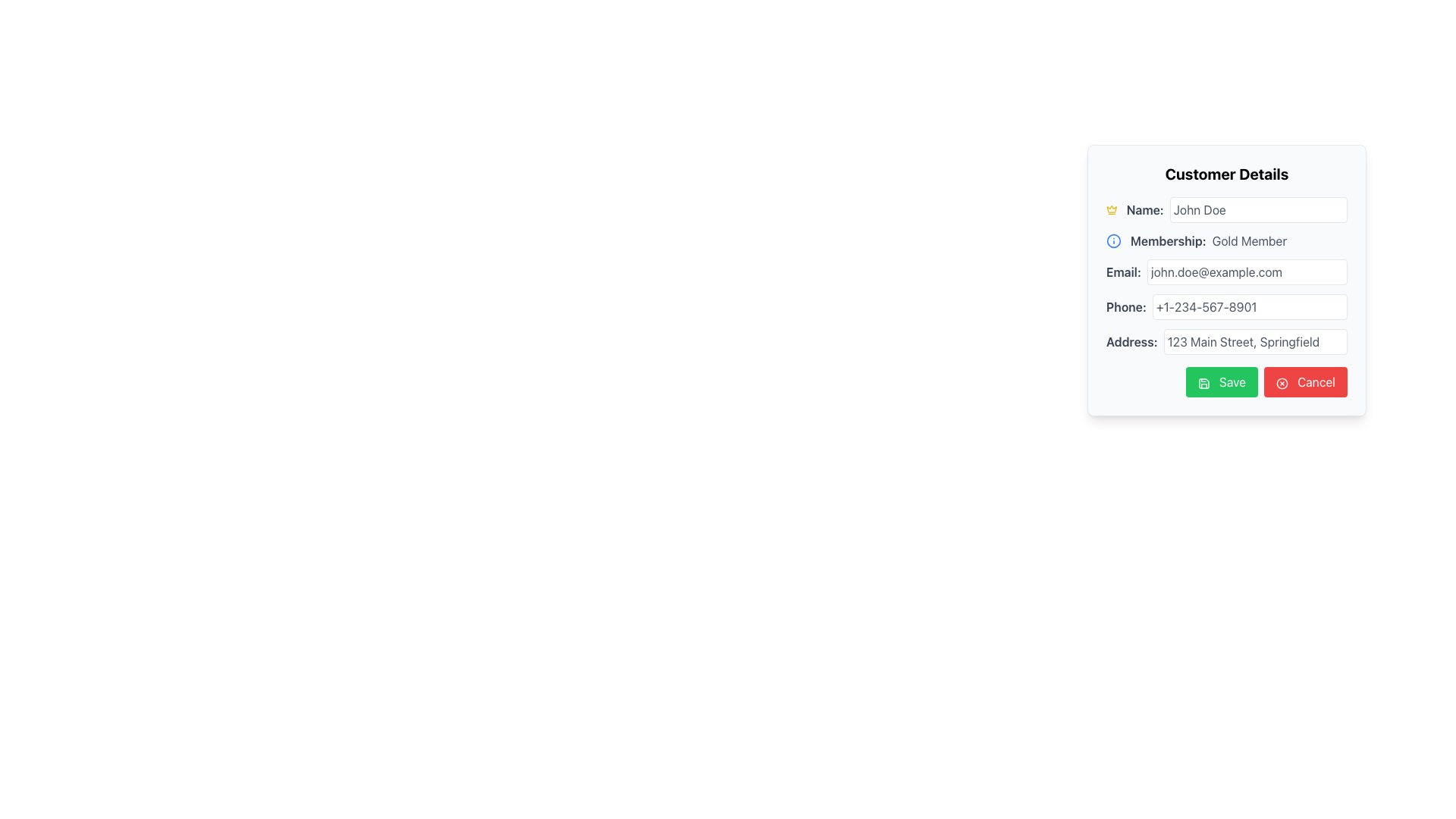 This screenshot has width=1456, height=819. I want to click on the email input field, so click(1247, 271).